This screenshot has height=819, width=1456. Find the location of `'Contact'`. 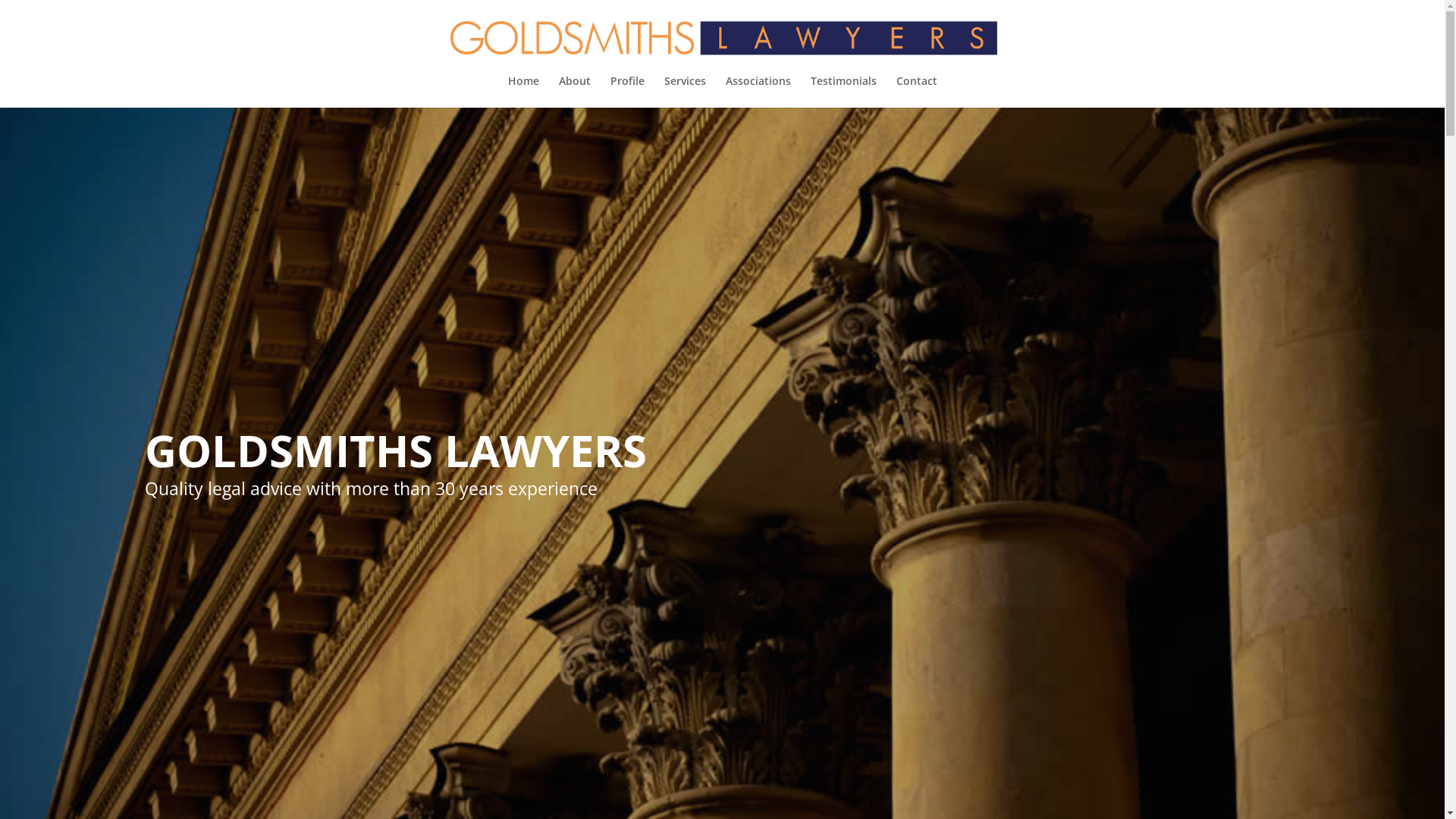

'Contact' is located at coordinates (916, 91).